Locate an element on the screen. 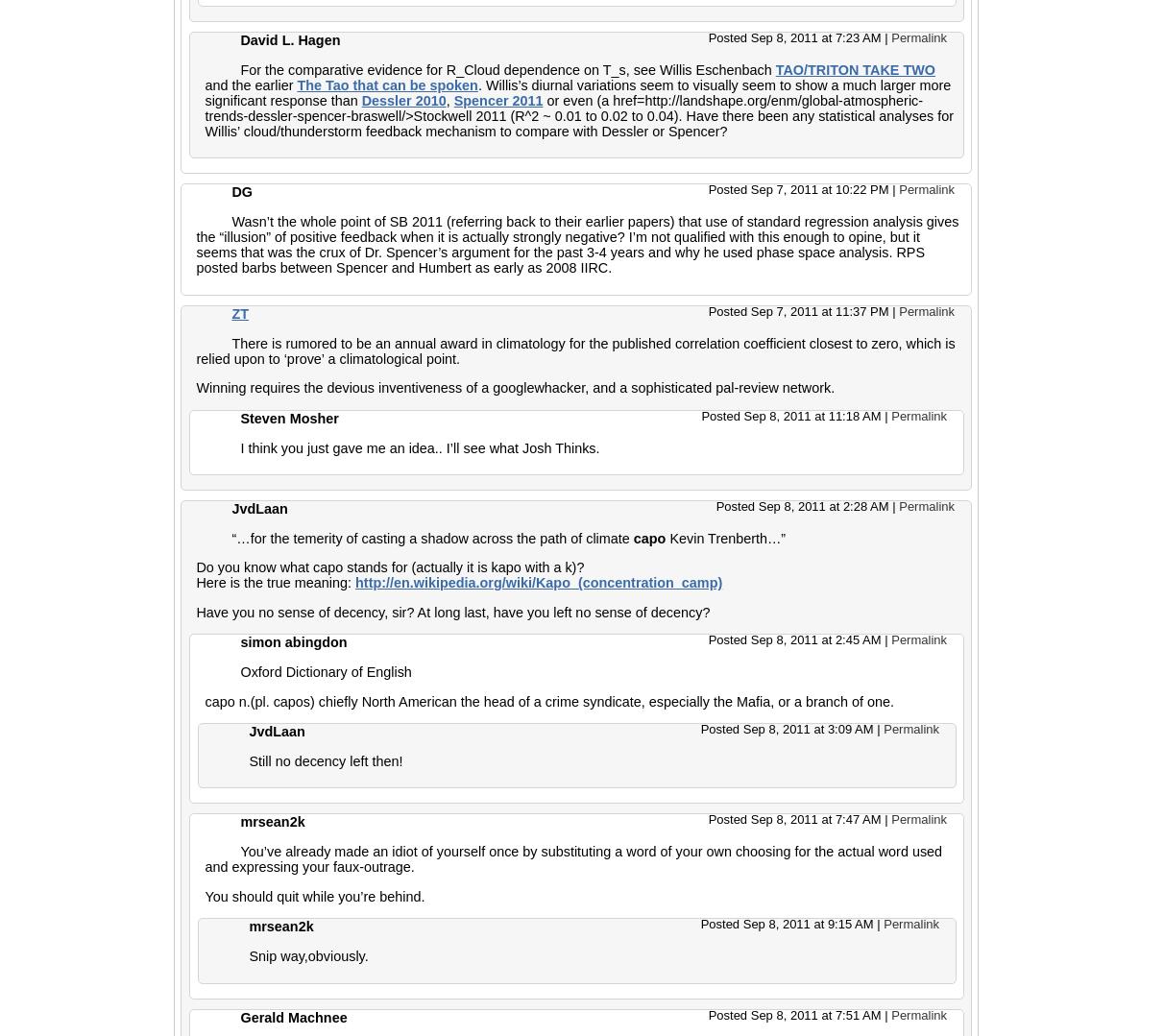  'Have you no sense of decency, sir? At long last, have you left no sense of decency?' is located at coordinates (194, 611).